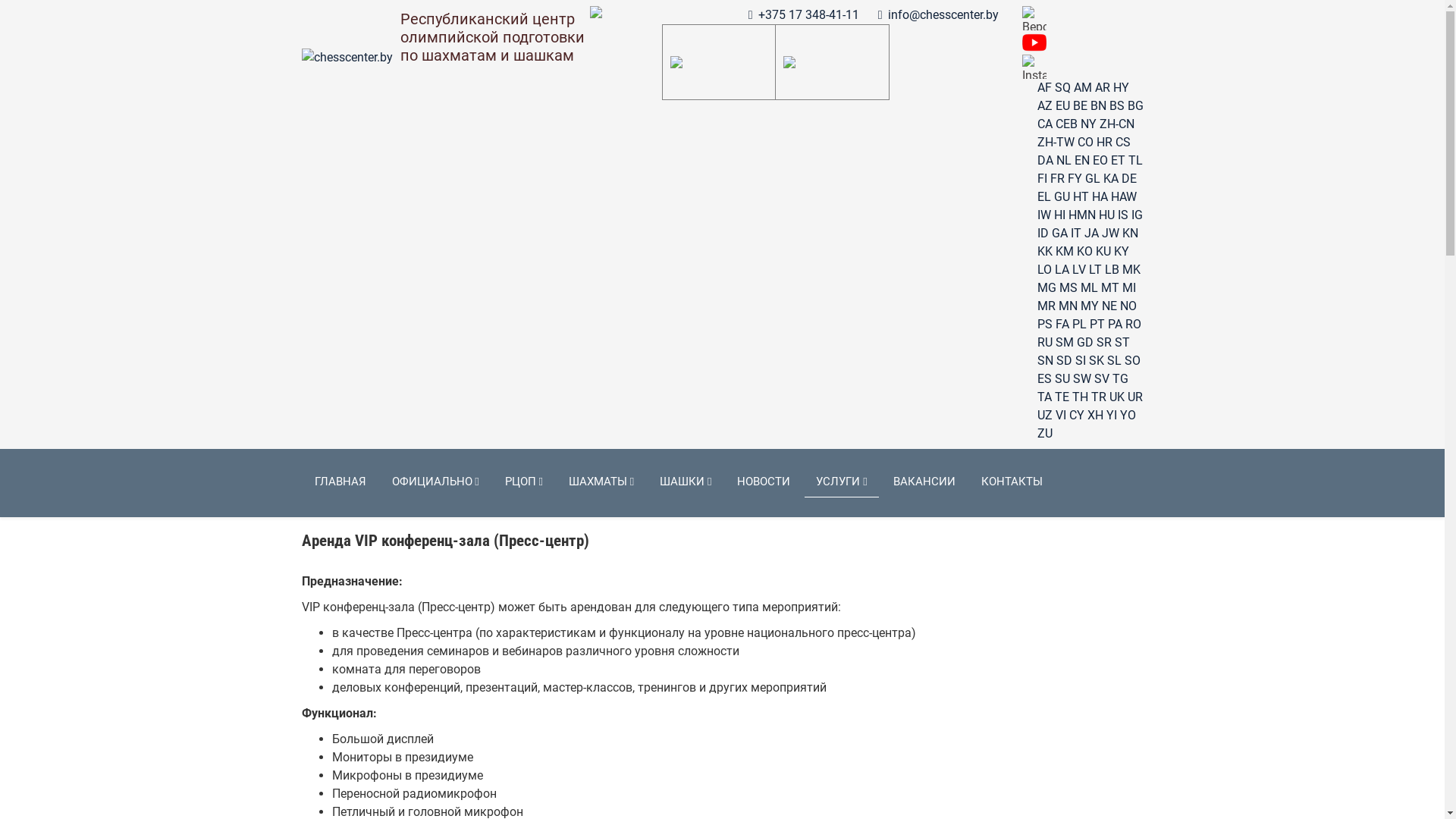 The image size is (1456, 819). I want to click on 'SL', so click(1114, 360).